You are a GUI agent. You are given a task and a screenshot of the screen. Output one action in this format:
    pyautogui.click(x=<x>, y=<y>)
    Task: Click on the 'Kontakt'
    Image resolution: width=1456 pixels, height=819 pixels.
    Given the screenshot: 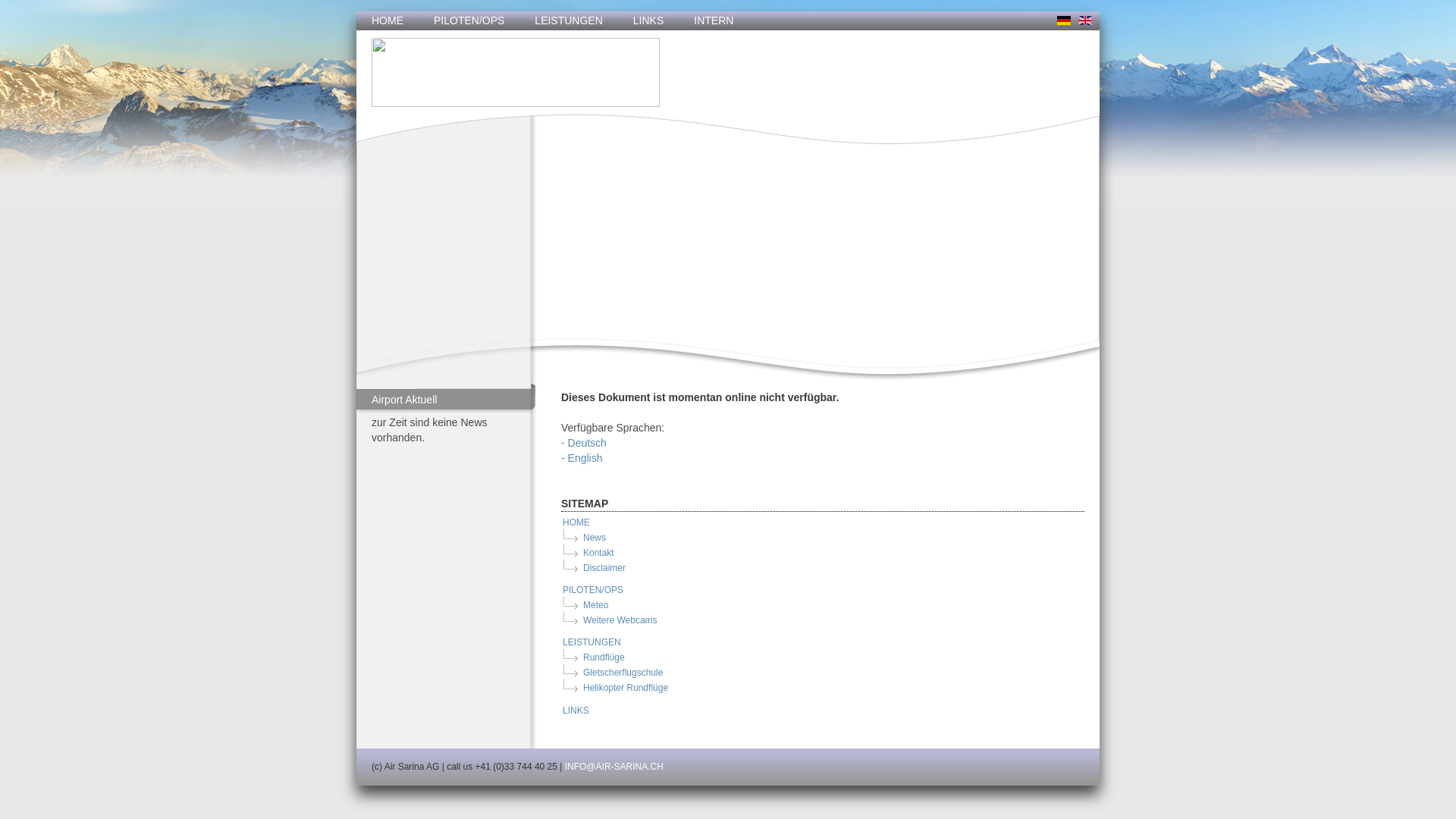 What is the action you would take?
    pyautogui.click(x=581, y=553)
    